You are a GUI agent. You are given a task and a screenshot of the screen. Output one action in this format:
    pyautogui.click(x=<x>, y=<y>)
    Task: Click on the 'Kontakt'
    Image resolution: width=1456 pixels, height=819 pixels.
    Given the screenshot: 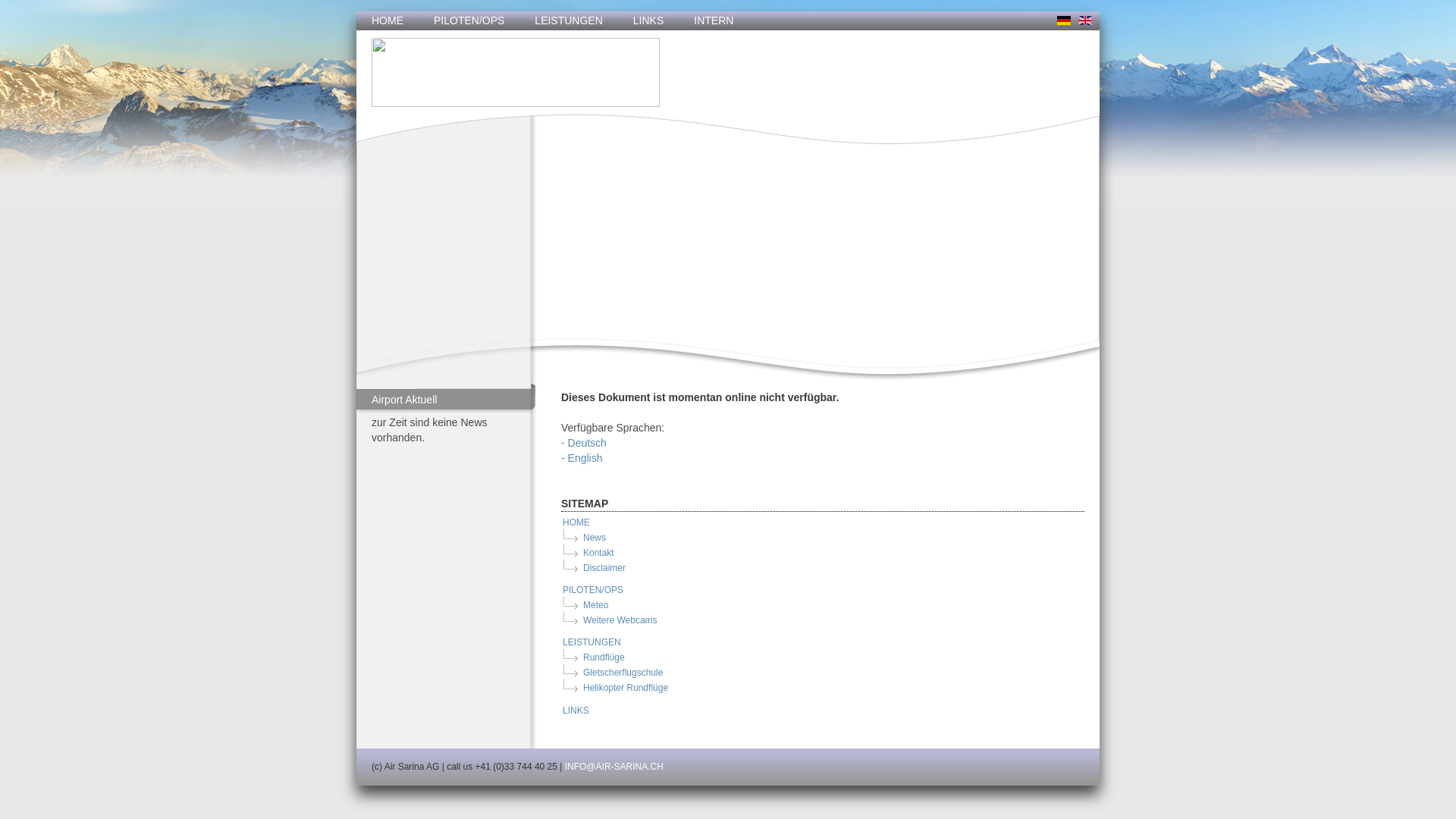 What is the action you would take?
    pyautogui.click(x=581, y=553)
    